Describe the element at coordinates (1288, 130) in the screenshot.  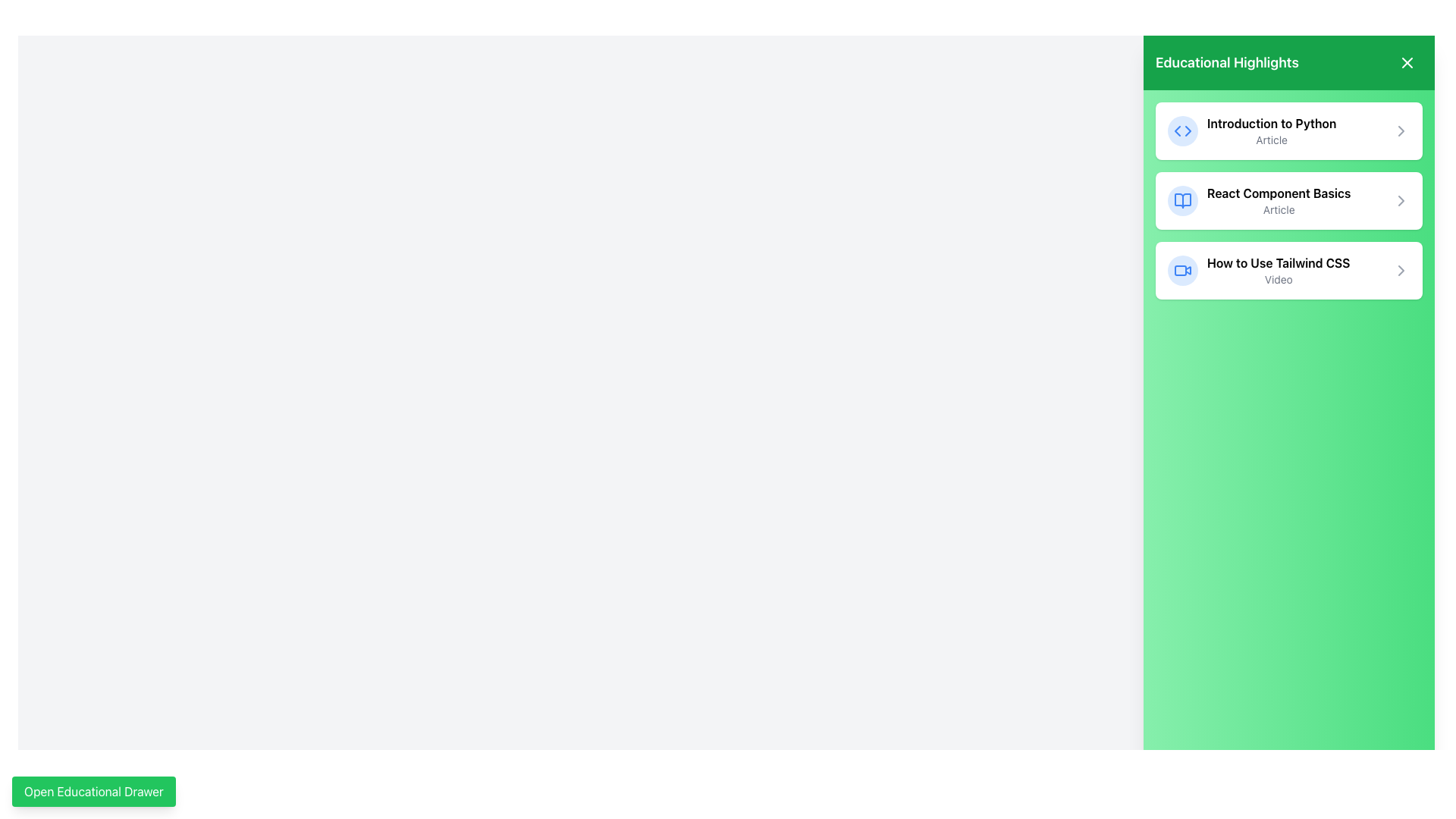
I see `the first list item card in the 'Educational Highlights' section that represents an article about Python` at that location.